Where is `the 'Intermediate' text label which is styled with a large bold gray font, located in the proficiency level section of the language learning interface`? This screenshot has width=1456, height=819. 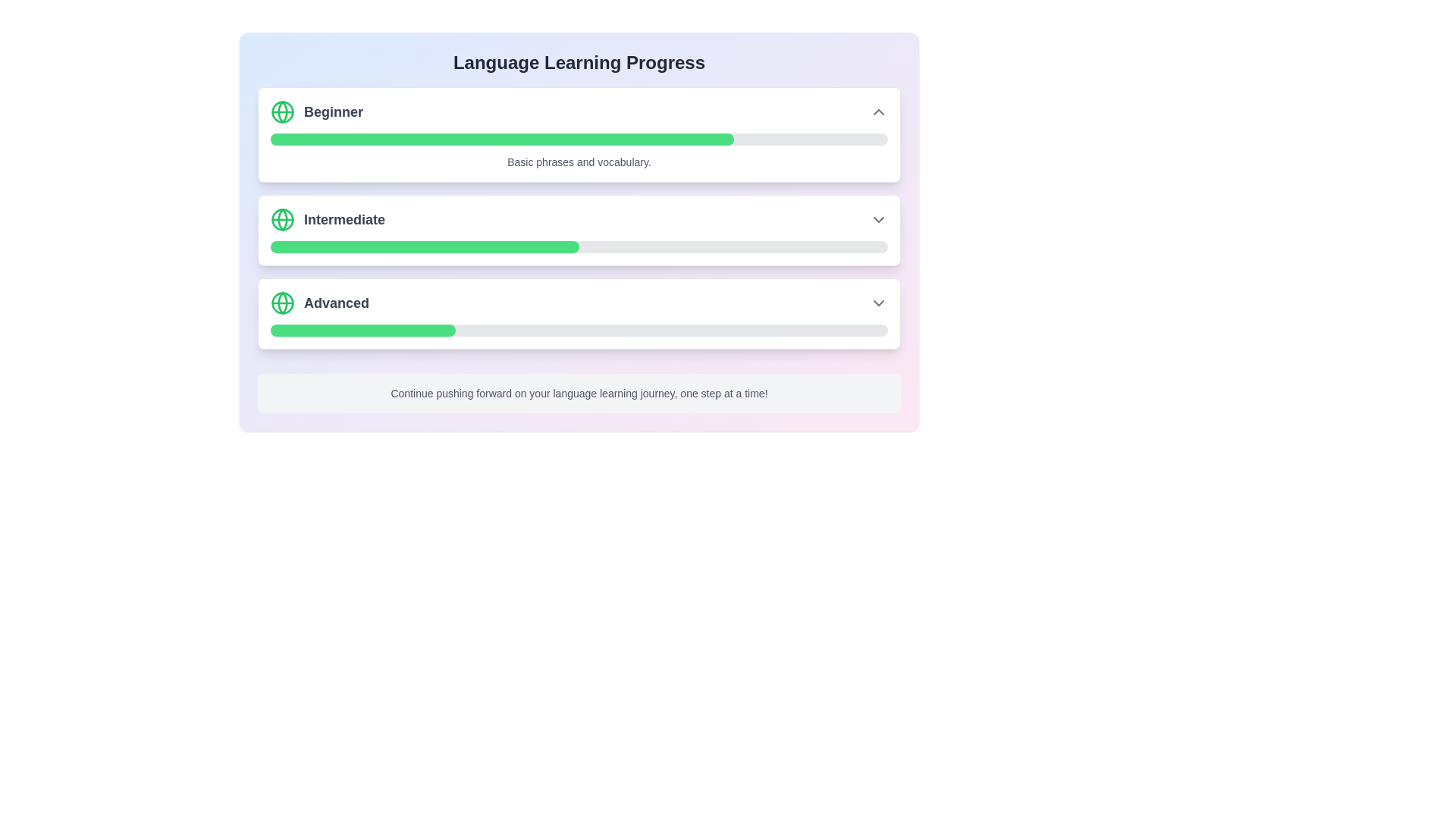 the 'Intermediate' text label which is styled with a large bold gray font, located in the proficiency level section of the language learning interface is located at coordinates (344, 219).